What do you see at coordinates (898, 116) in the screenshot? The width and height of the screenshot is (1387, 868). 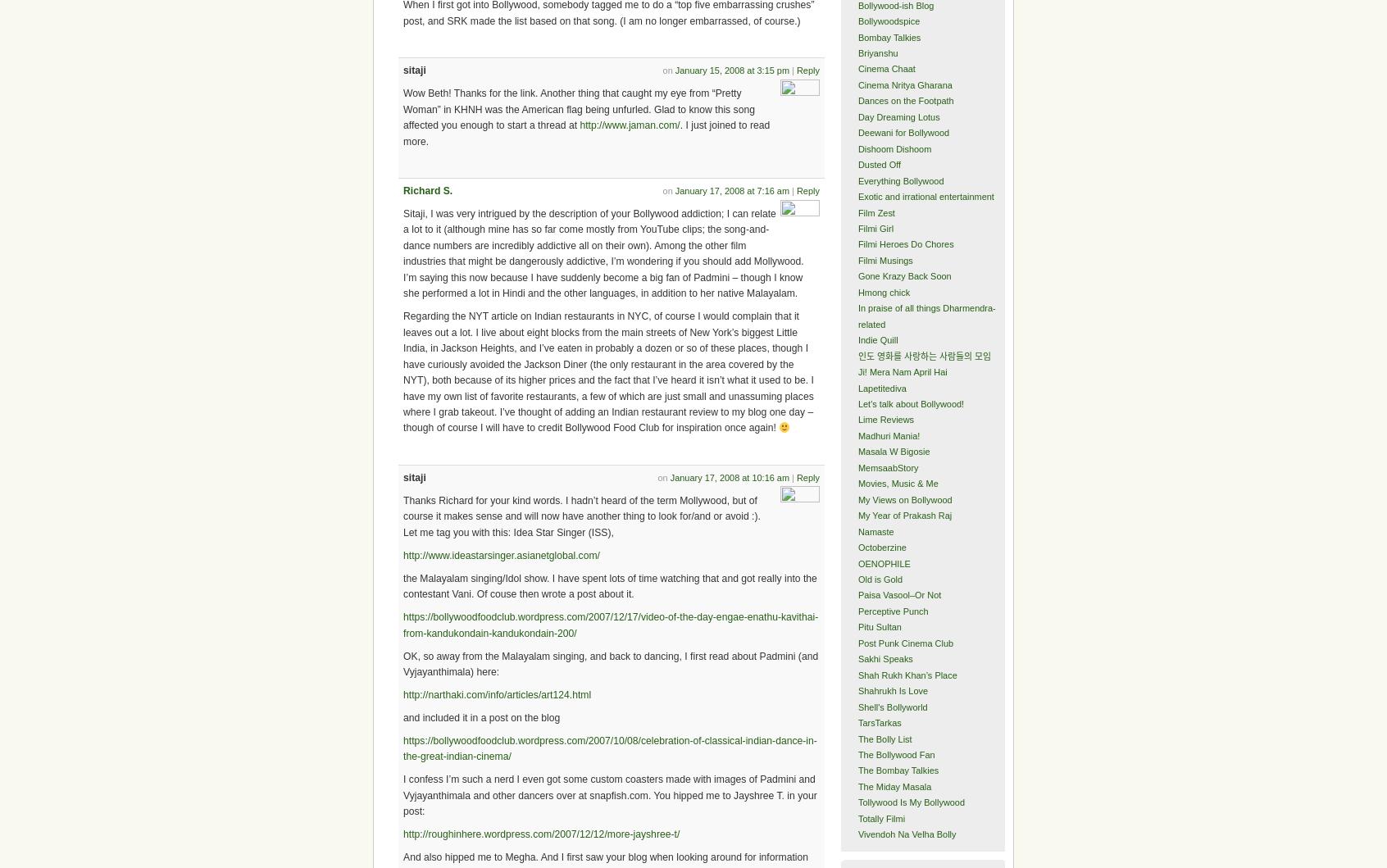 I see `'Day Dreaming Lotus'` at bounding box center [898, 116].